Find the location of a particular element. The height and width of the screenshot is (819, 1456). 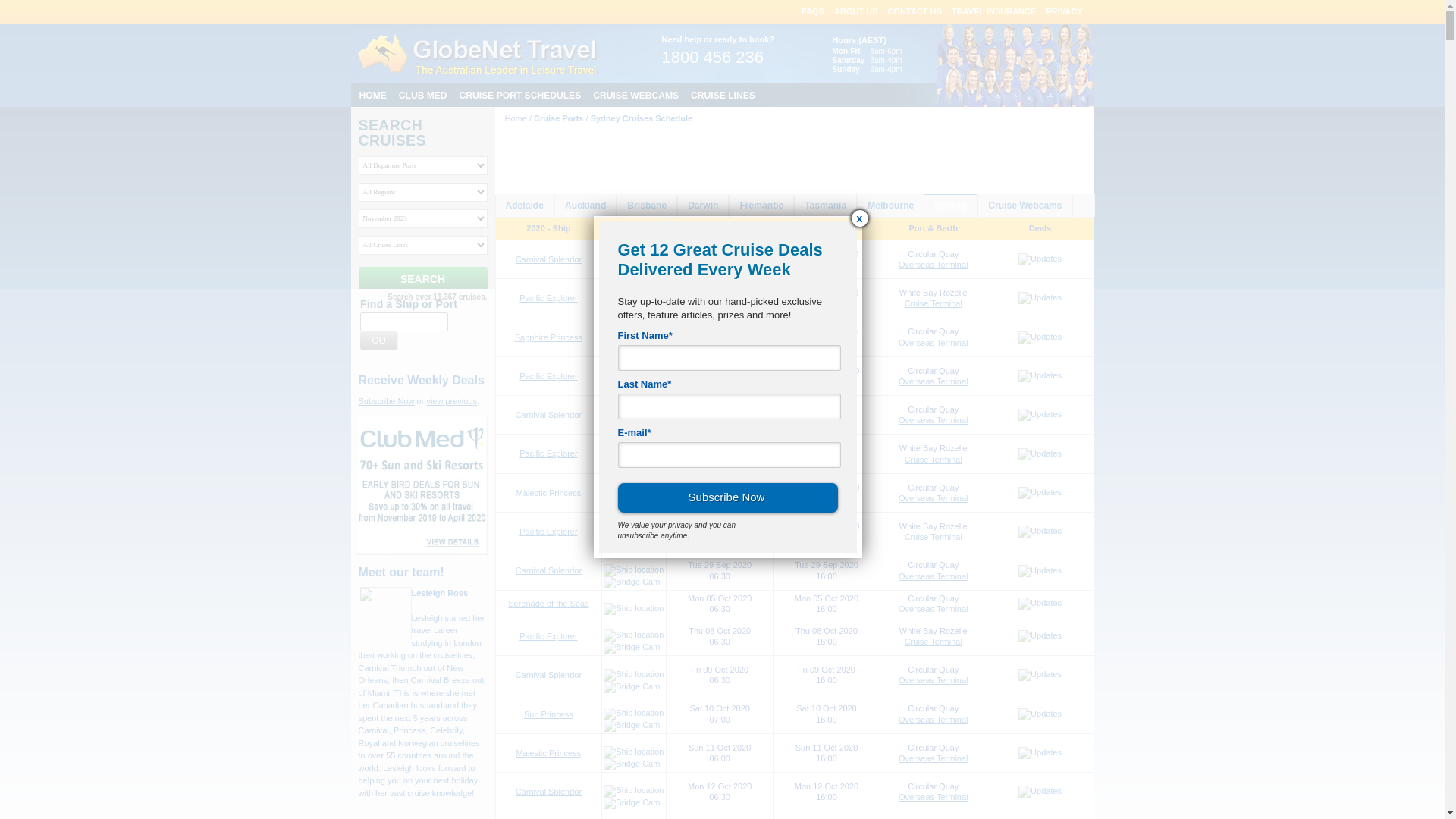

'Ship location' is located at coordinates (633, 570).